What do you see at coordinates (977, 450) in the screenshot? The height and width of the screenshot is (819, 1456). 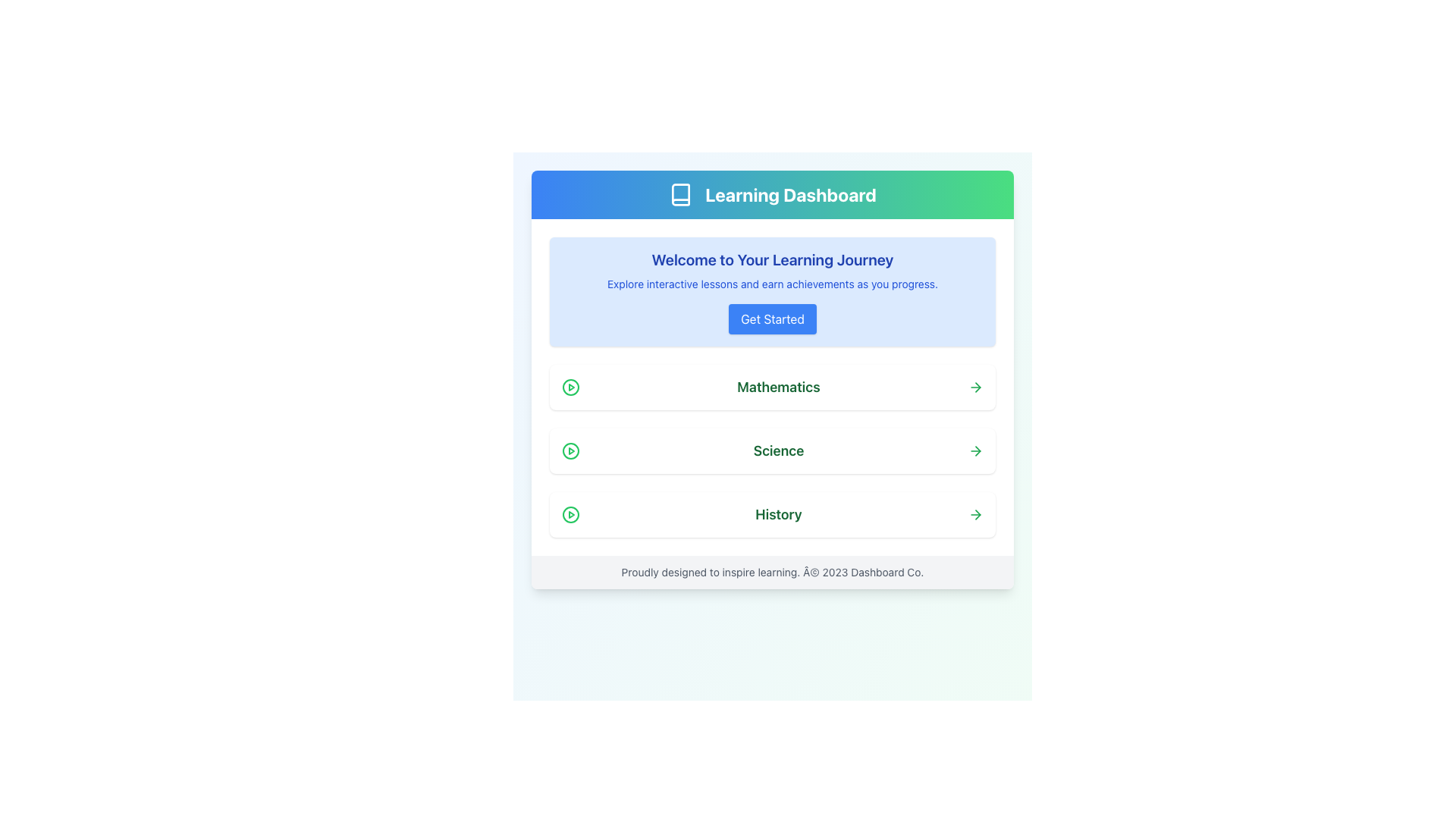 I see `the green right-pointing arrow icon located to the right of the 'Science' topic in the content section of the dashboard` at bounding box center [977, 450].